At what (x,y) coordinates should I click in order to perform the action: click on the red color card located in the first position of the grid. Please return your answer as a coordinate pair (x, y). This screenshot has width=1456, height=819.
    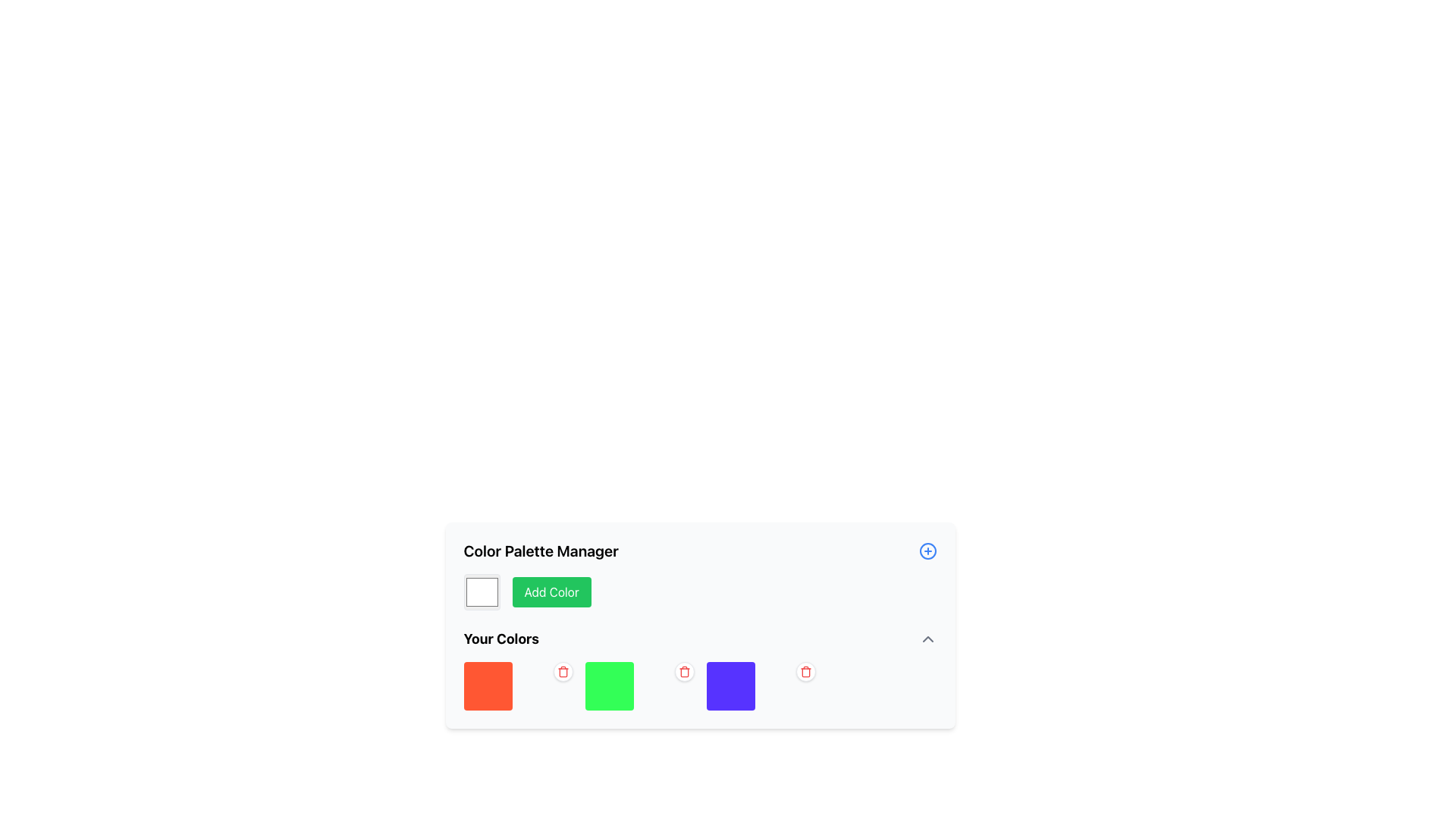
    Looking at the image, I should click on (518, 686).